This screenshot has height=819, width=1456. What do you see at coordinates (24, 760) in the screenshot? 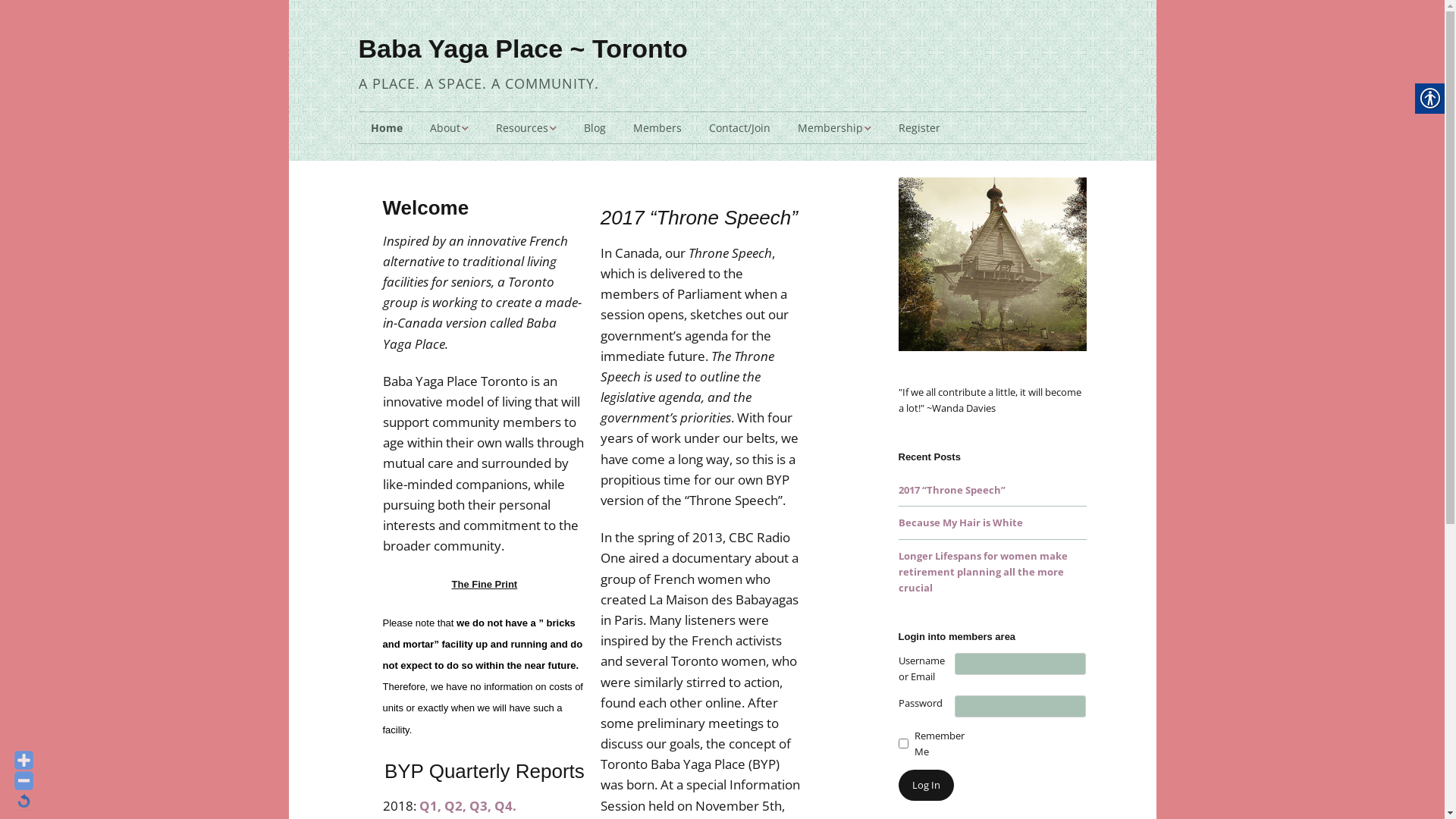
I see `'Increase font size'` at bounding box center [24, 760].